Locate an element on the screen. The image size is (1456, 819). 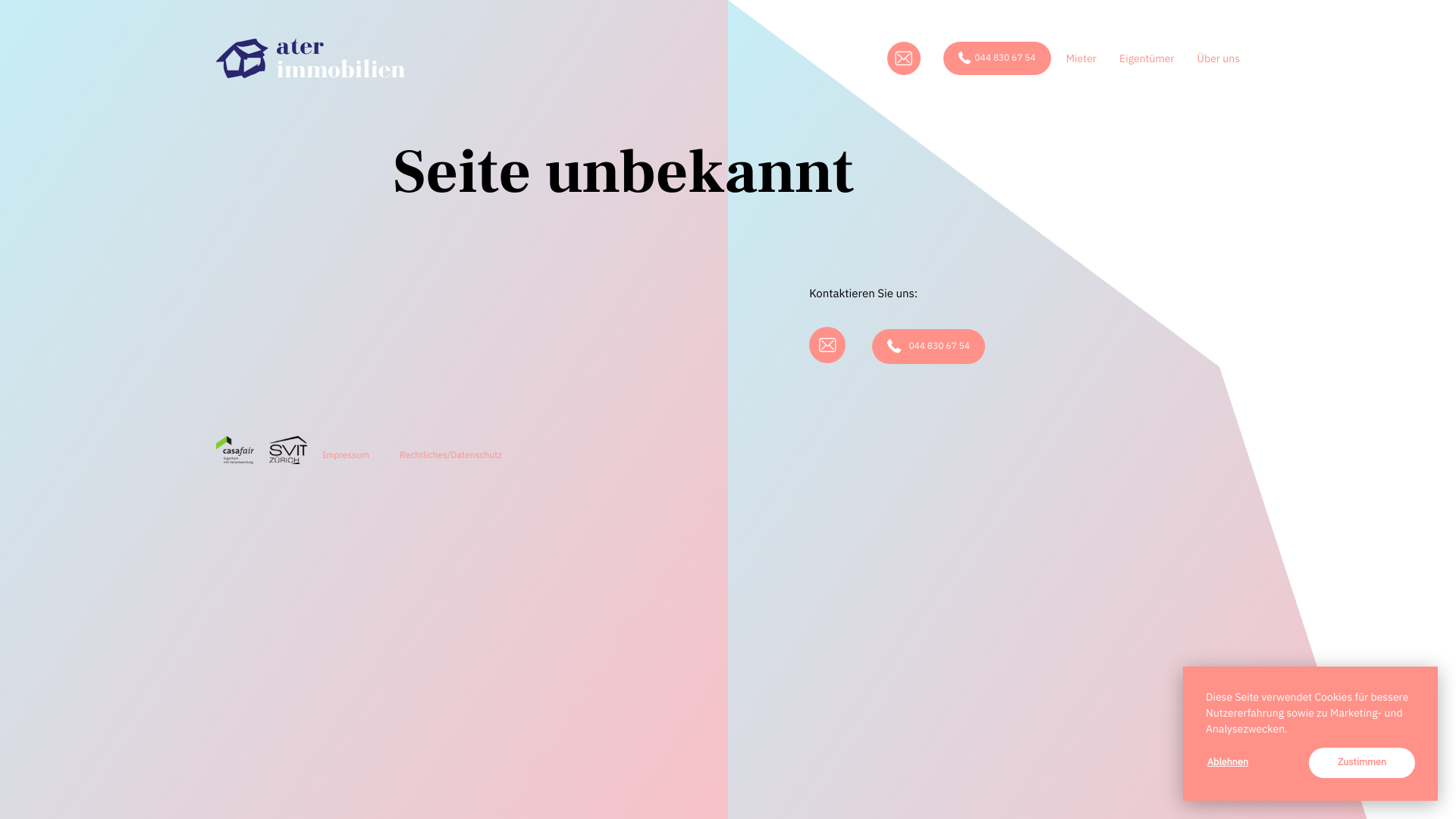
'044 830 67 54' is located at coordinates (927, 346).